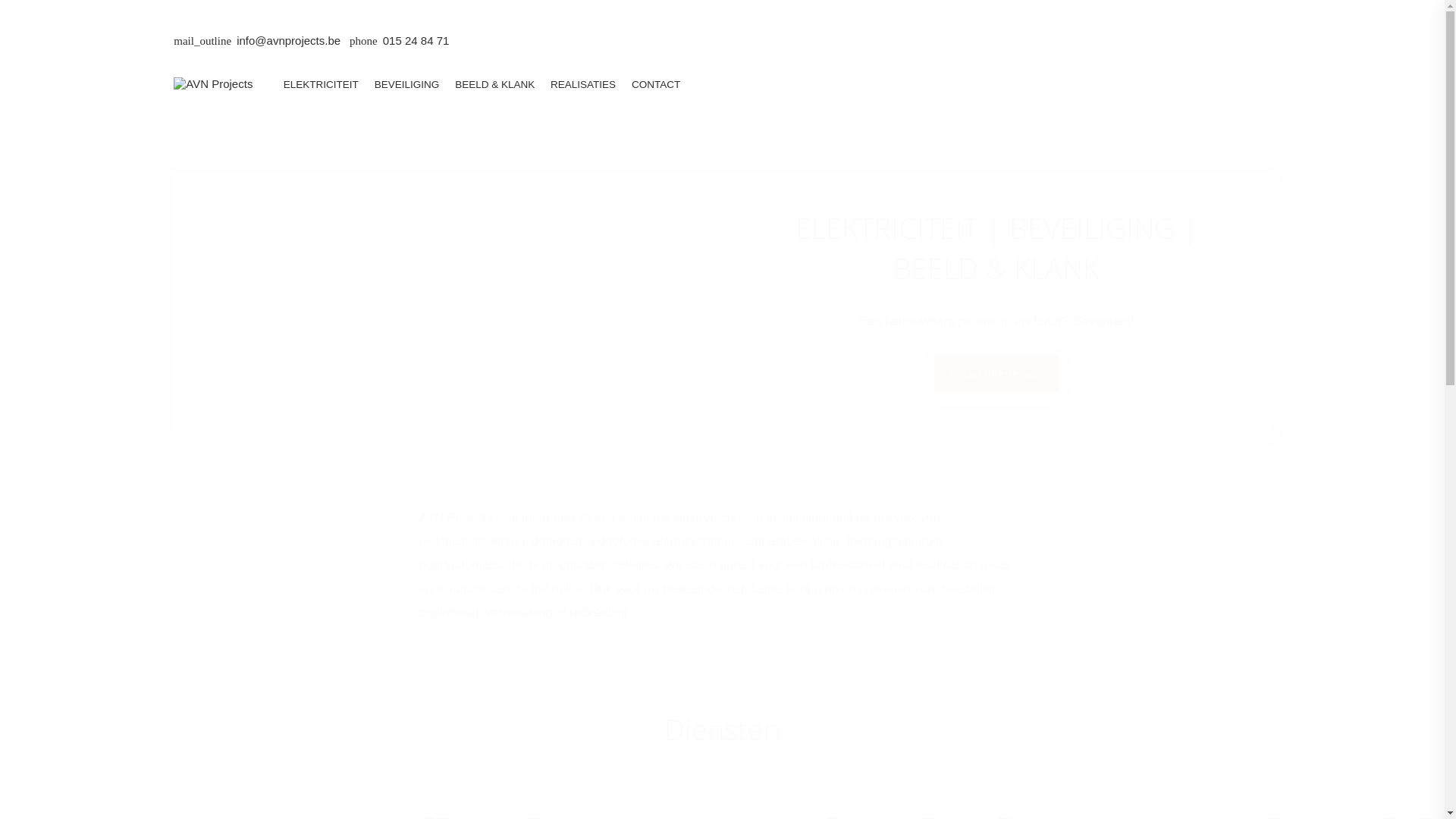 The height and width of the screenshot is (819, 1456). Describe the element at coordinates (319, 84) in the screenshot. I see `'ELEKTRICITEIT'` at that location.